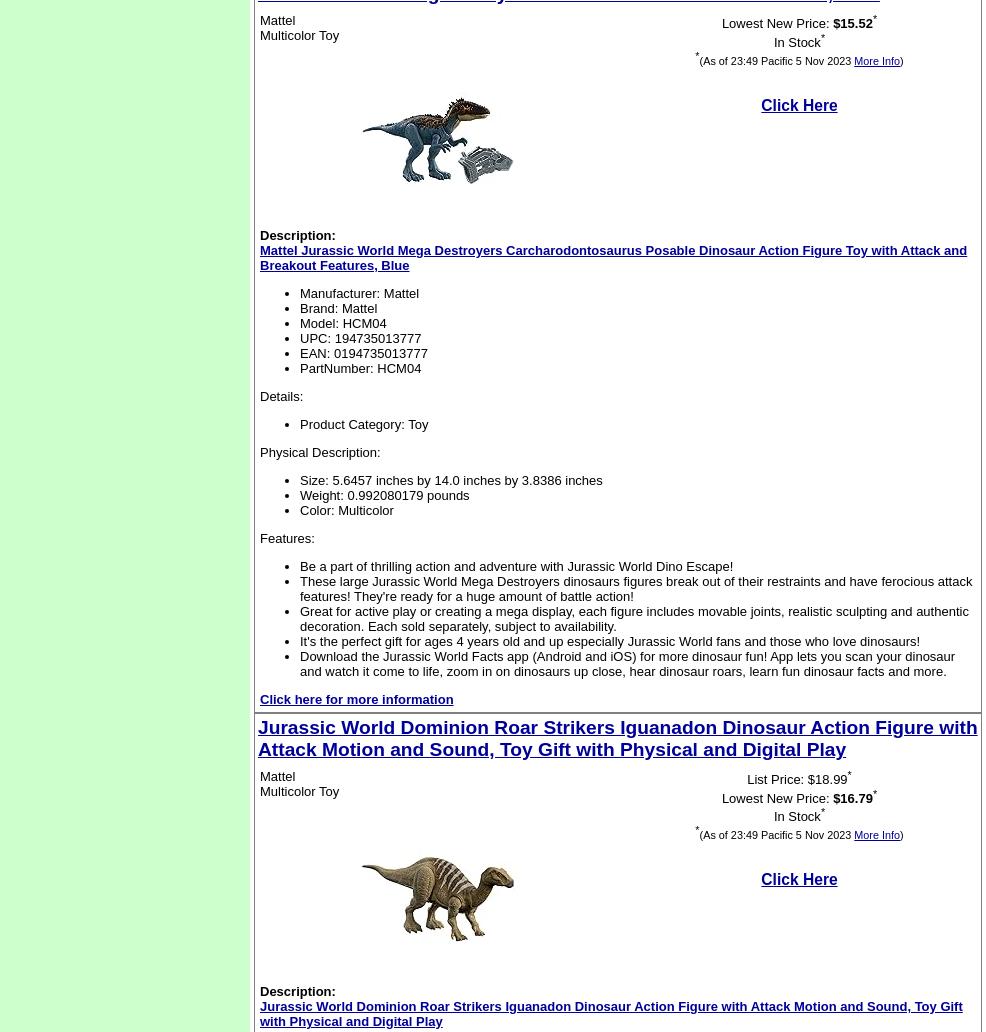  I want to click on 'Details:', so click(281, 395).